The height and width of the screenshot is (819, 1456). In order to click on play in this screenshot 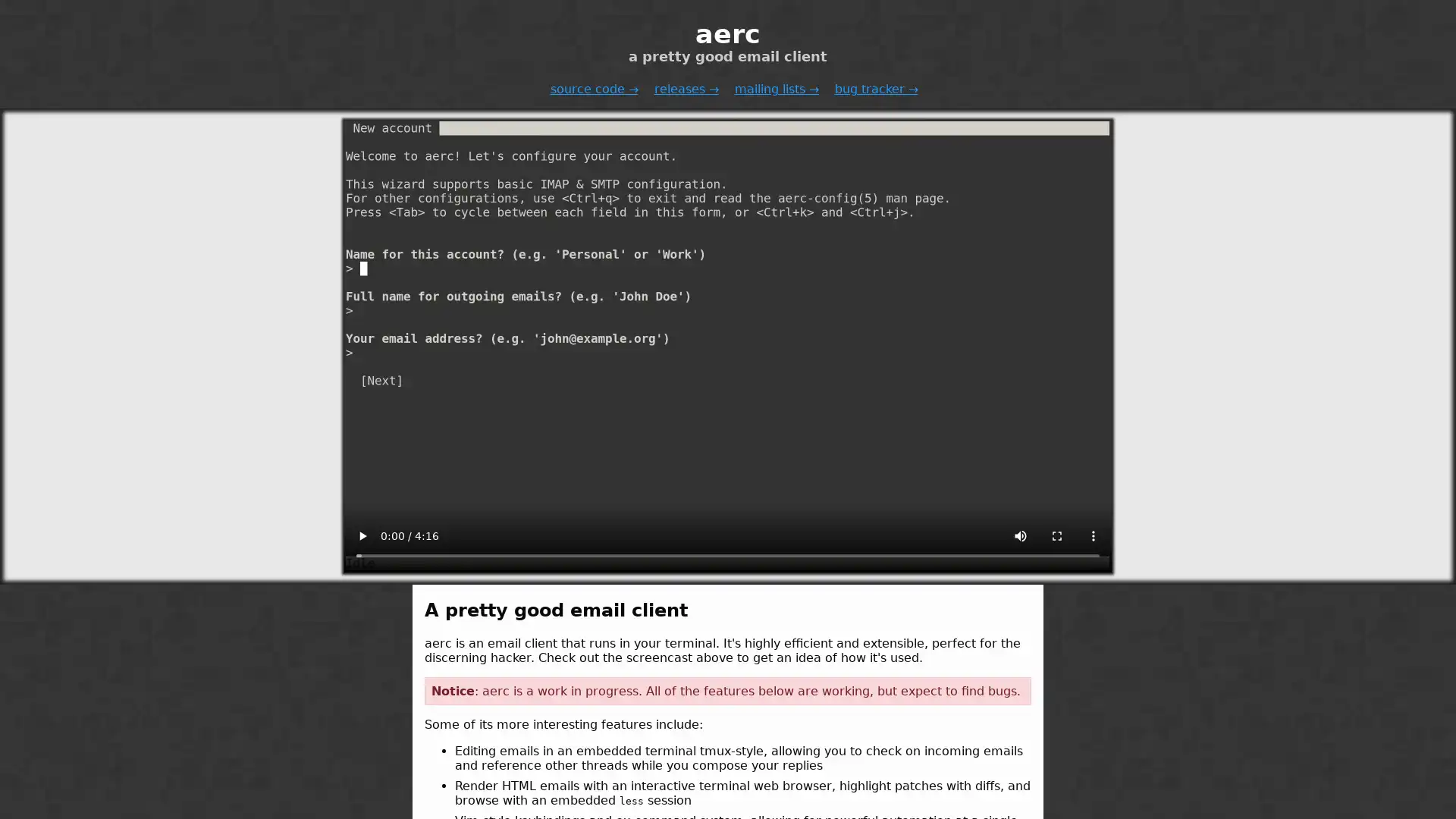, I will do `click(362, 535)`.